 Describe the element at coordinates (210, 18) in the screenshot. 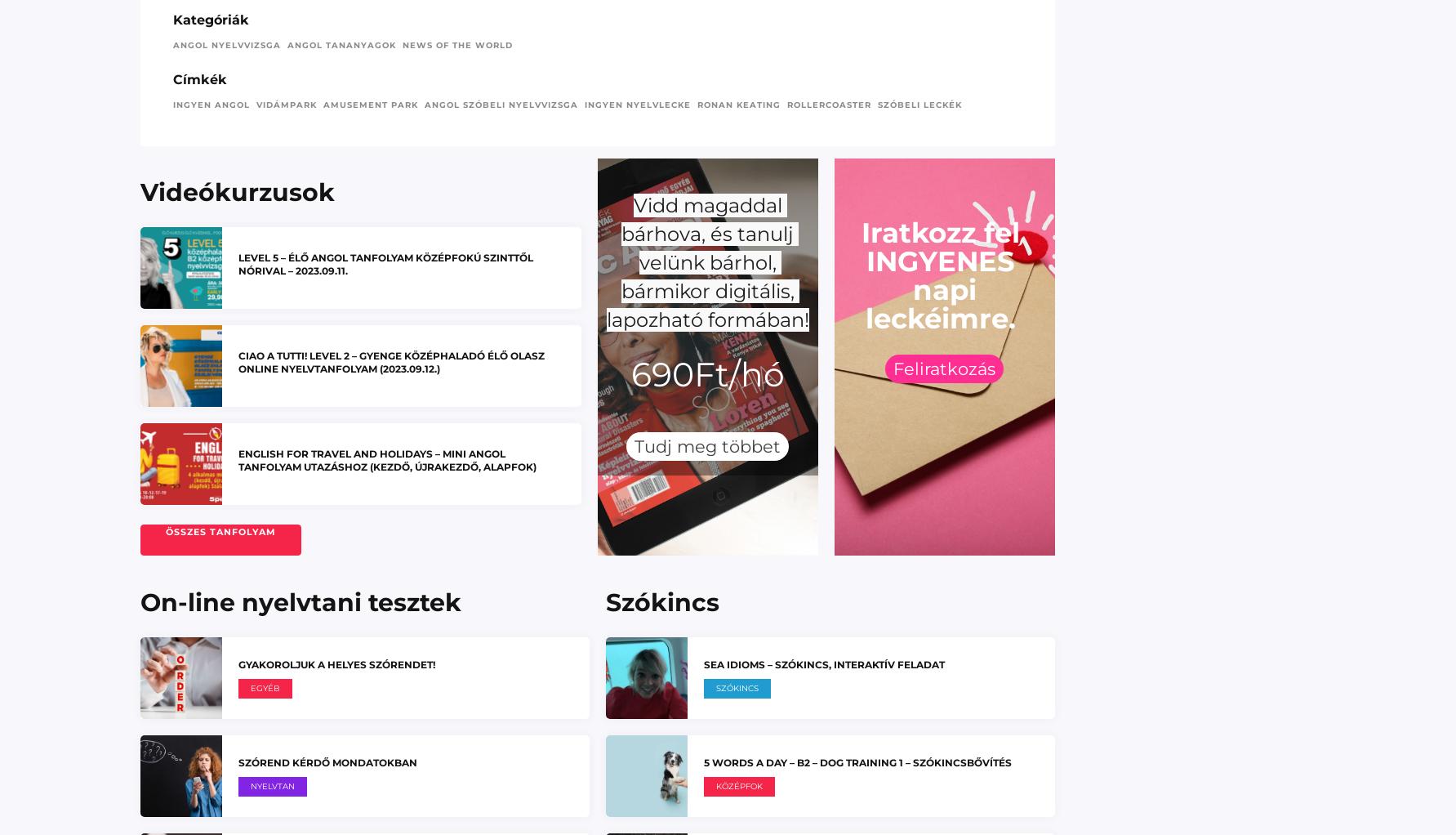

I see `'Kategóriák'` at that location.